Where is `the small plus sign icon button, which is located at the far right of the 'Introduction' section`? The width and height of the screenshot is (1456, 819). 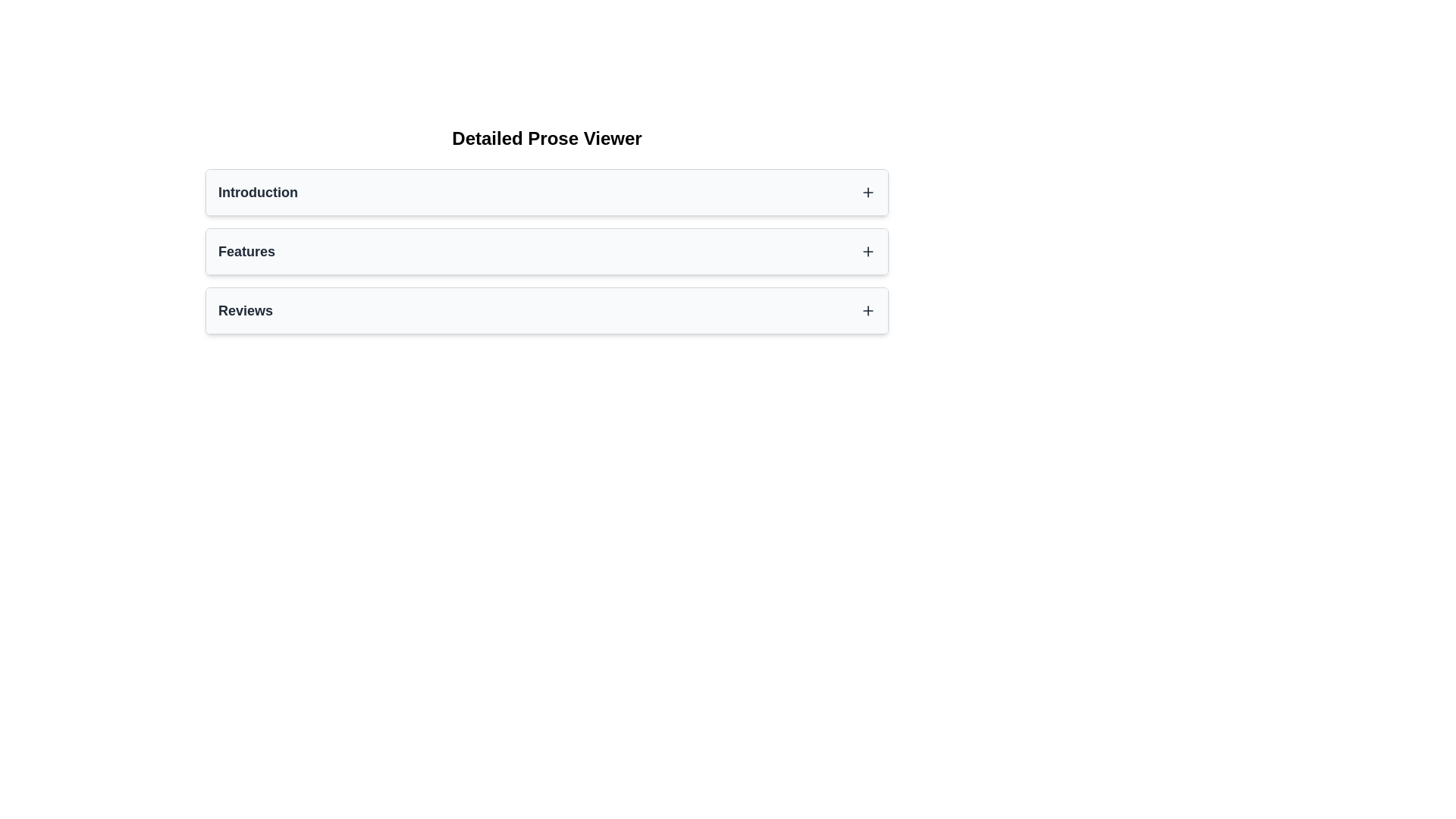
the small plus sign icon button, which is located at the far right of the 'Introduction' section is located at coordinates (868, 192).